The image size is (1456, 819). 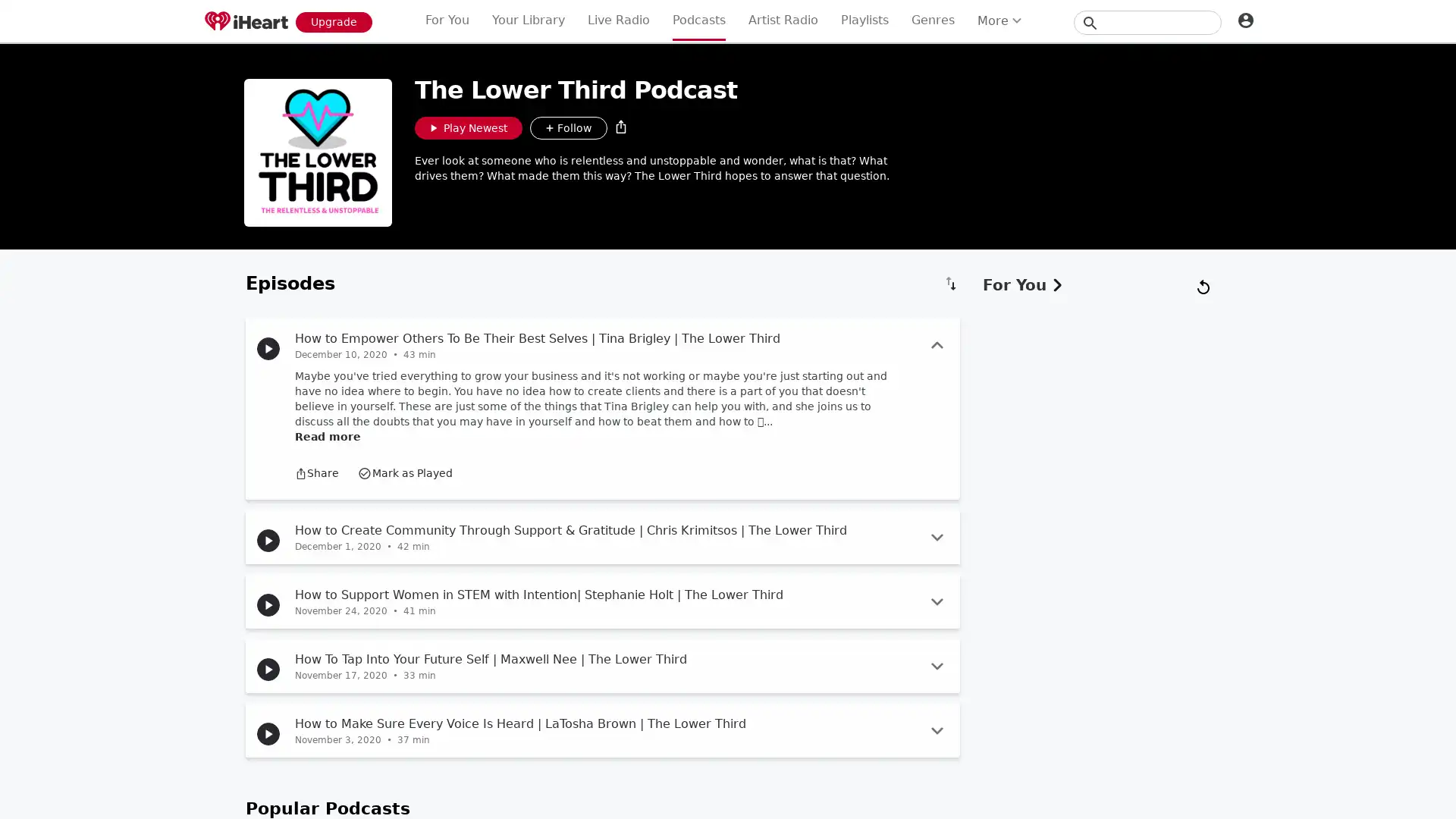 What do you see at coordinates (327, 657) in the screenshot?
I see `Read more` at bounding box center [327, 657].